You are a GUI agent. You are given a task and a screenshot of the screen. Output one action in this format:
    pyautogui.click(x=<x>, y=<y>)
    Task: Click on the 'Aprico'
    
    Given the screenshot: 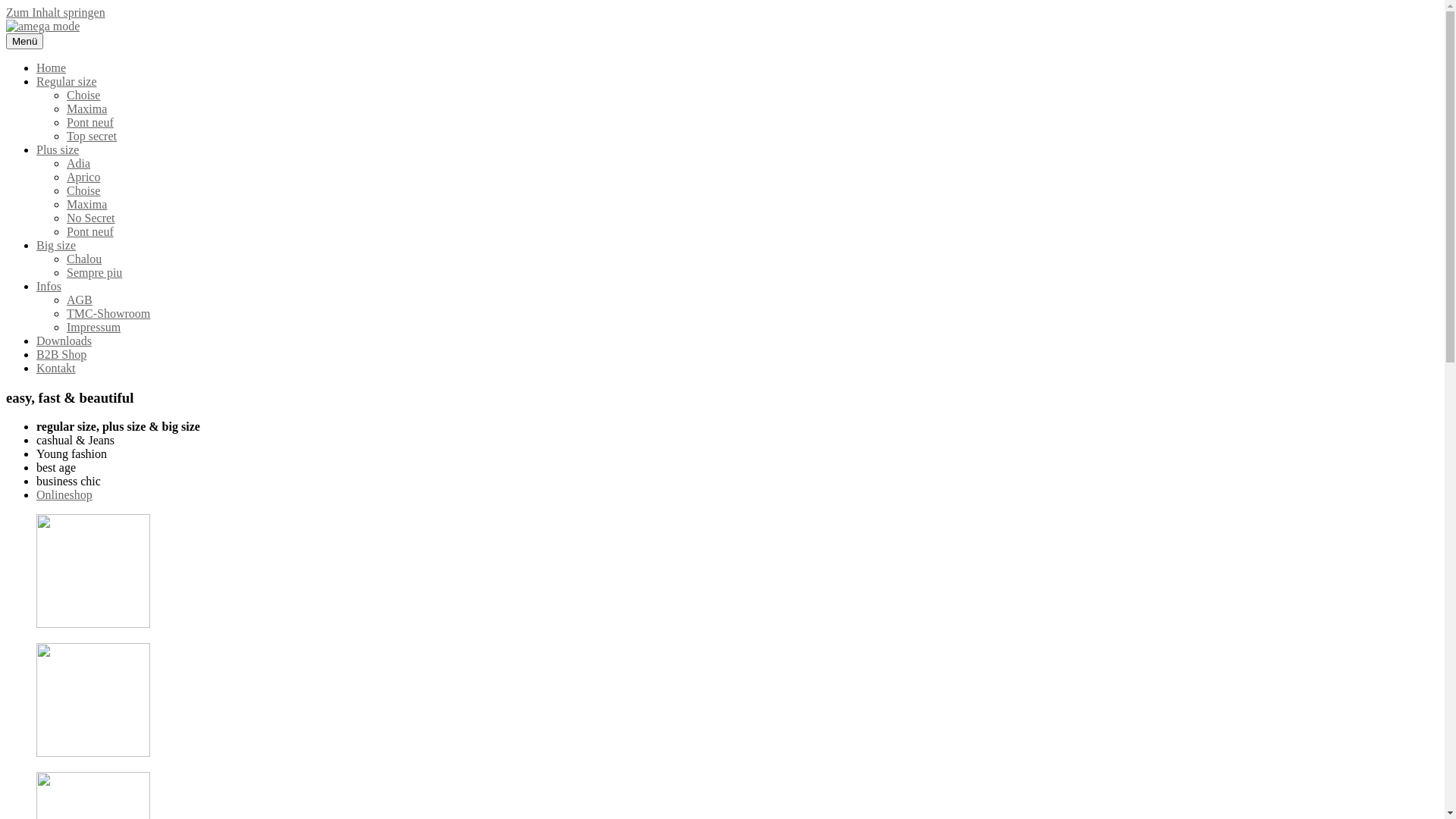 What is the action you would take?
    pyautogui.click(x=65, y=176)
    